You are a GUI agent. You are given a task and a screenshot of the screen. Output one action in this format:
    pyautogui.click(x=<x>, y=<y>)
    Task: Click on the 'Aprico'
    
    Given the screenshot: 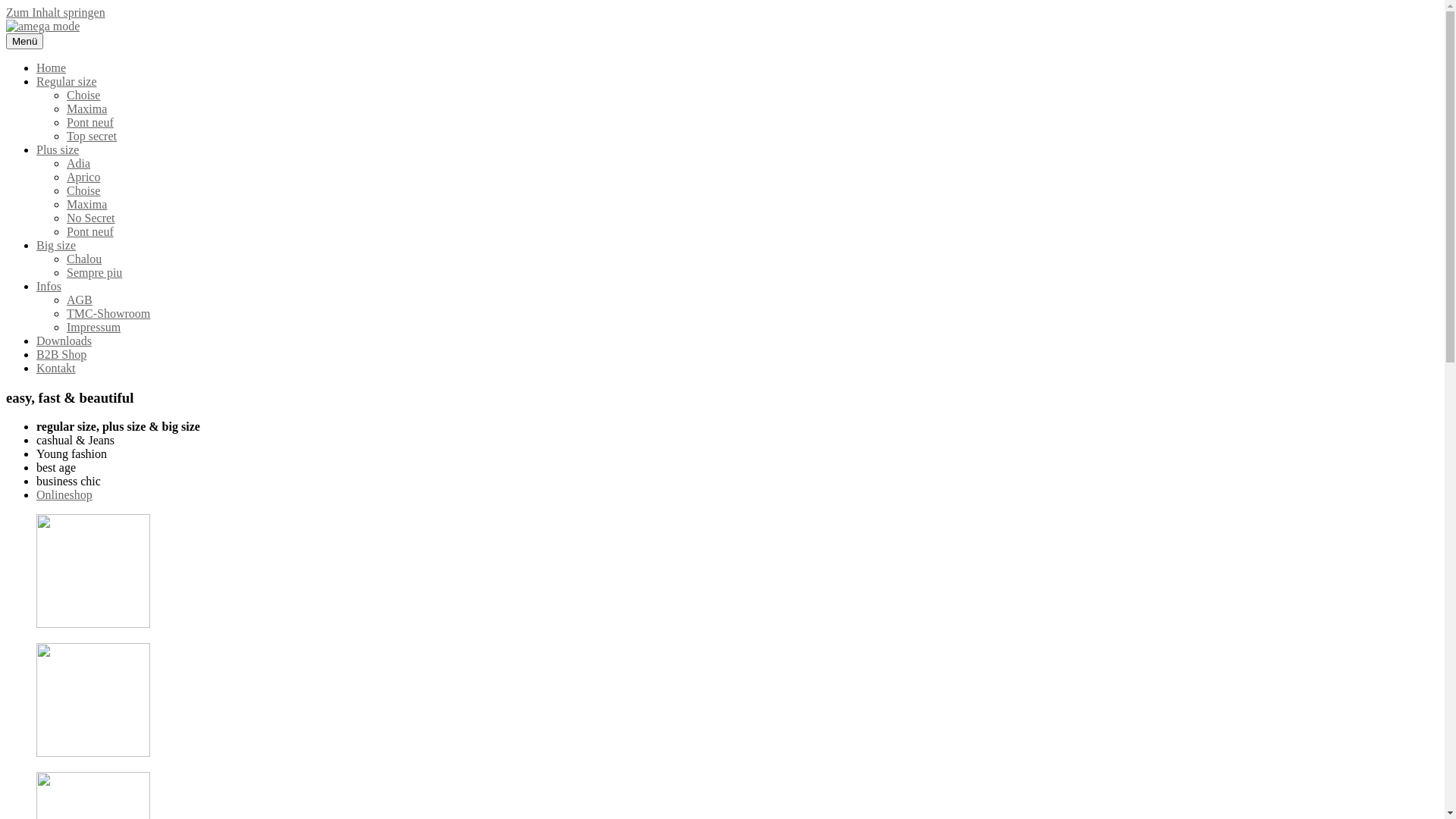 What is the action you would take?
    pyautogui.click(x=65, y=176)
    